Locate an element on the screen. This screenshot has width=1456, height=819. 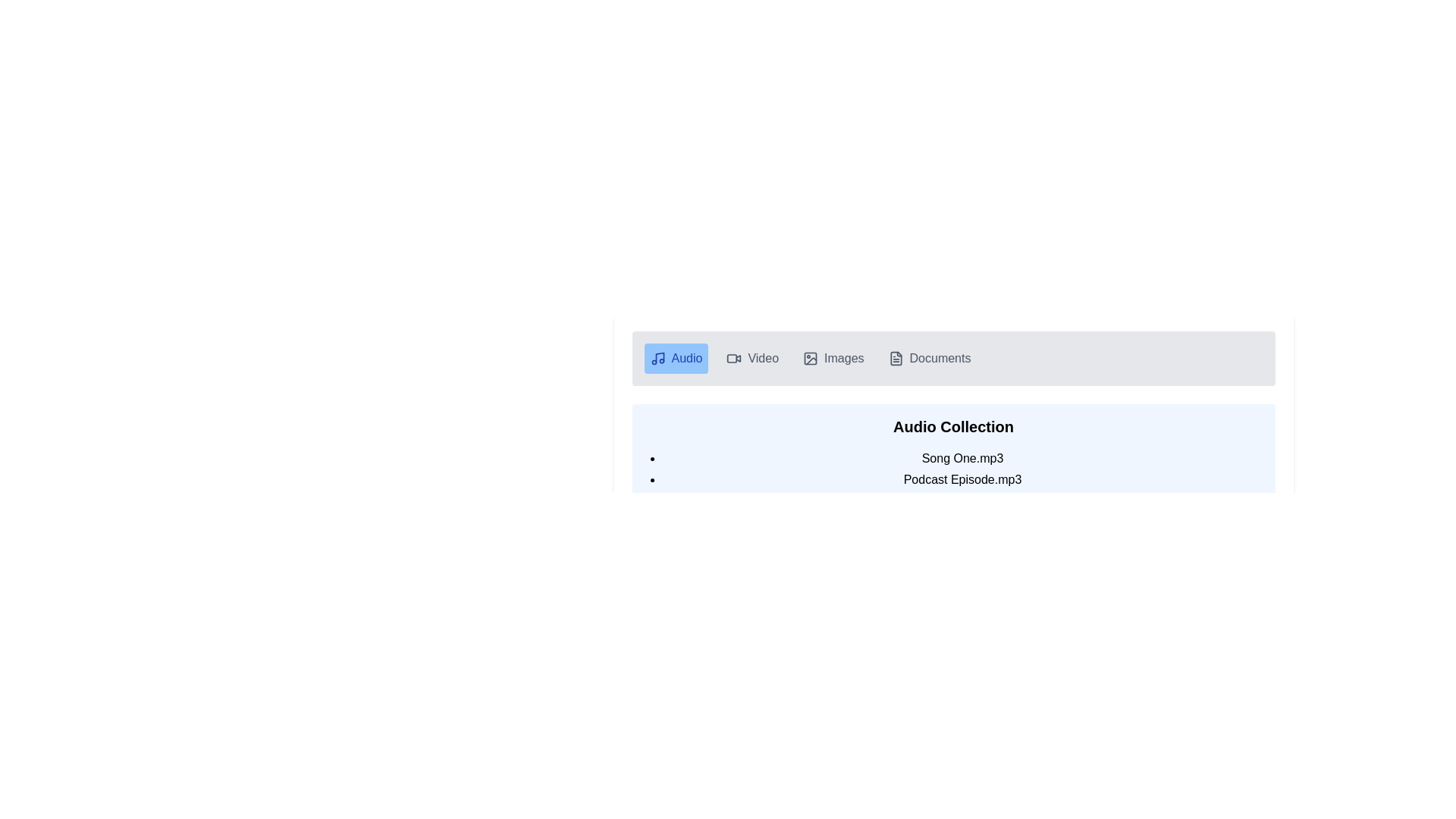
the 'Video' button, which has a gray label and a video camera icon, located between the 'Audio' and 'Images' buttons is located at coordinates (752, 359).